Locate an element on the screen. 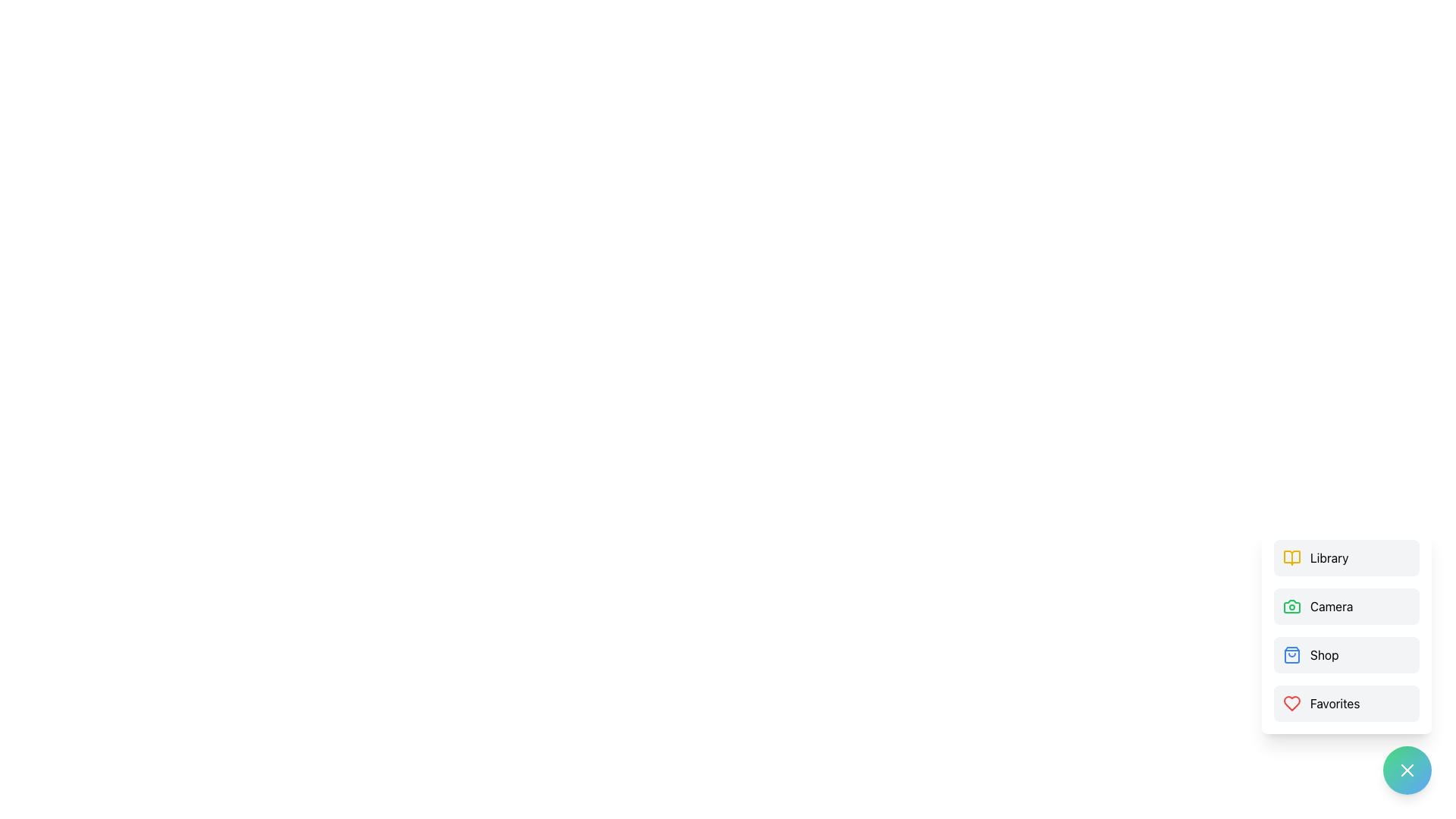  the 'Shop' button icon located at the top left of the 'Shop' button in the right-side menu is located at coordinates (1291, 654).